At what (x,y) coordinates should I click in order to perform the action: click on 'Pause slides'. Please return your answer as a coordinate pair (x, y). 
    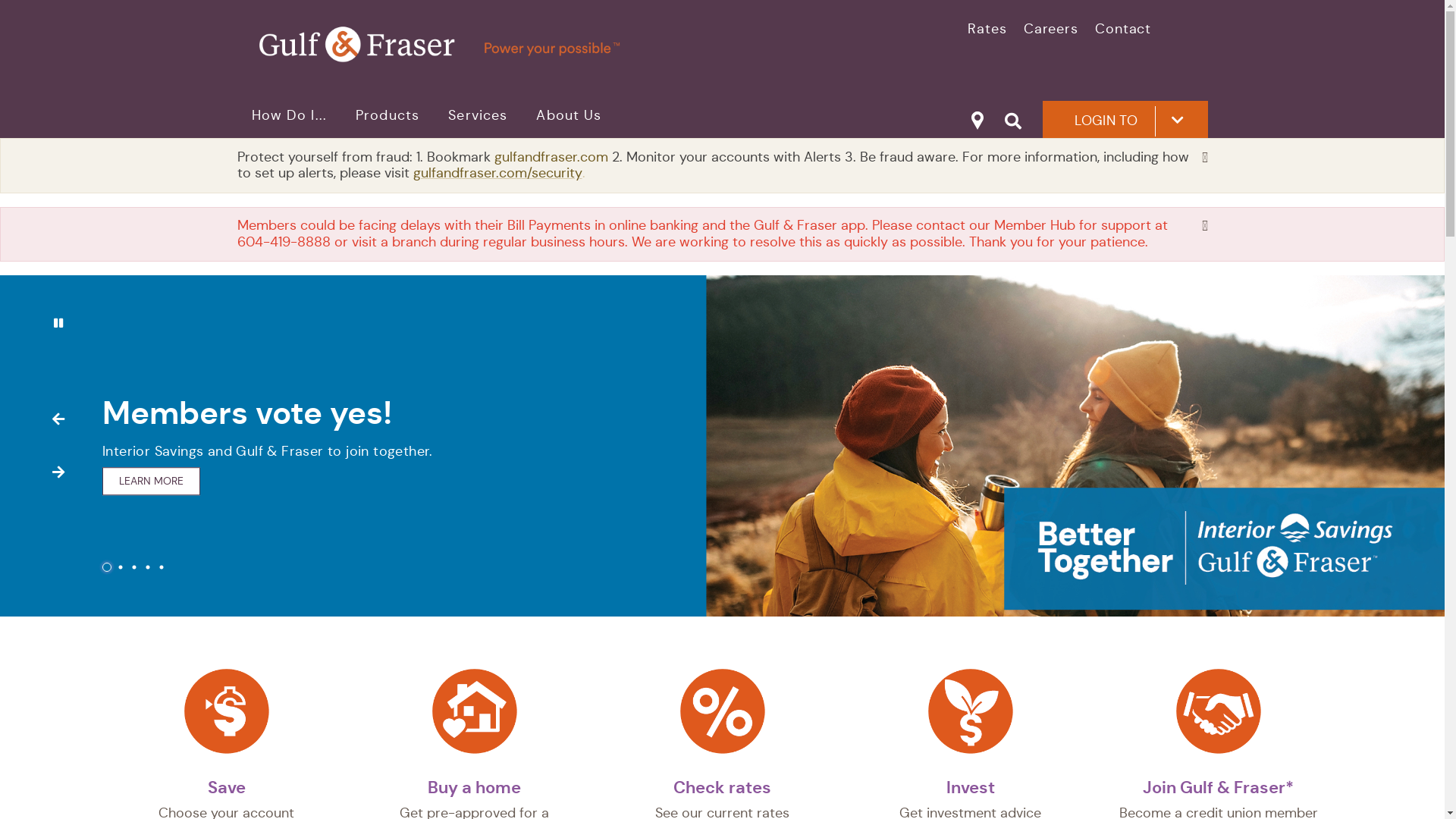
    Looking at the image, I should click on (58, 322).